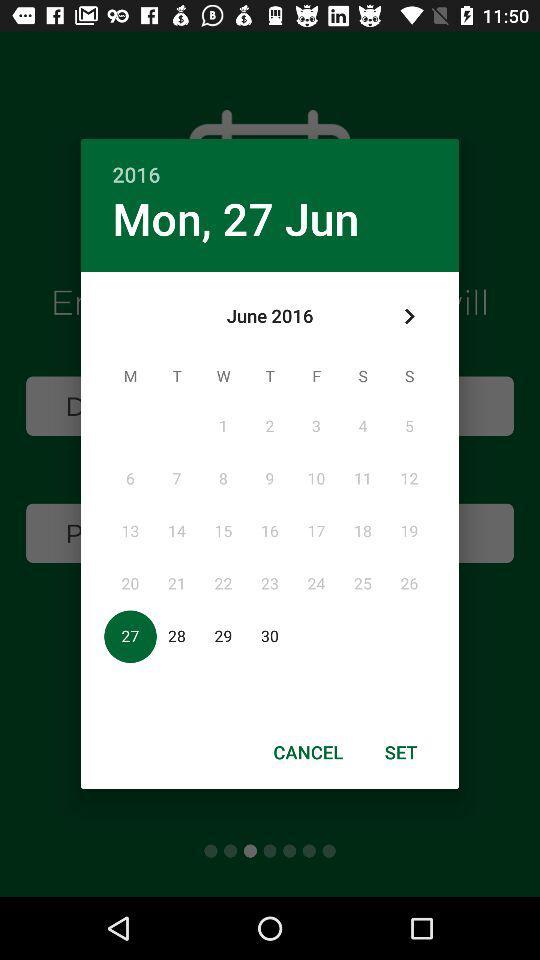 Image resolution: width=540 pixels, height=960 pixels. I want to click on the set item, so click(401, 751).